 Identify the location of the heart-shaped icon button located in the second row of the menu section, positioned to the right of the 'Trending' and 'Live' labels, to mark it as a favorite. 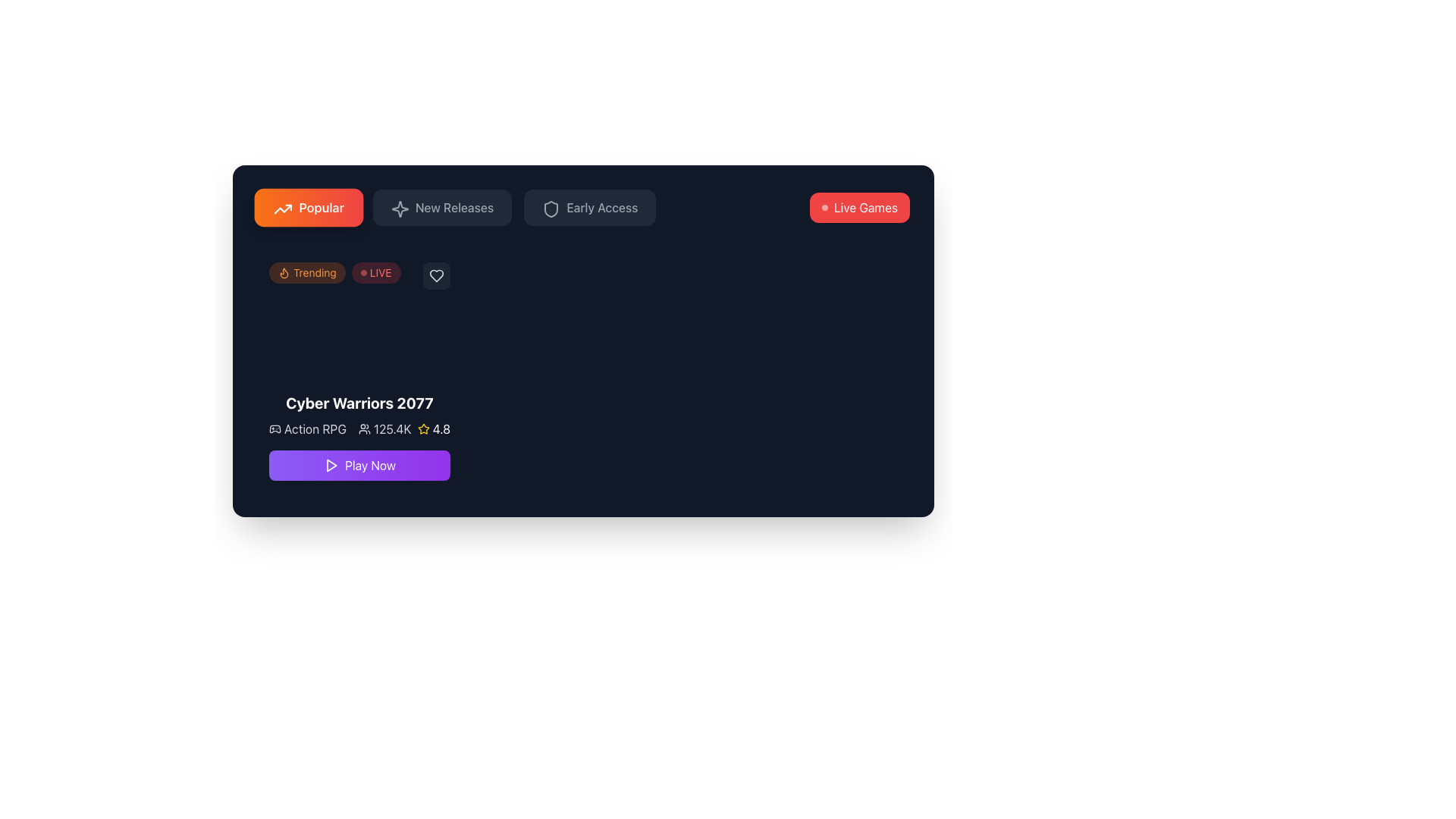
(436, 275).